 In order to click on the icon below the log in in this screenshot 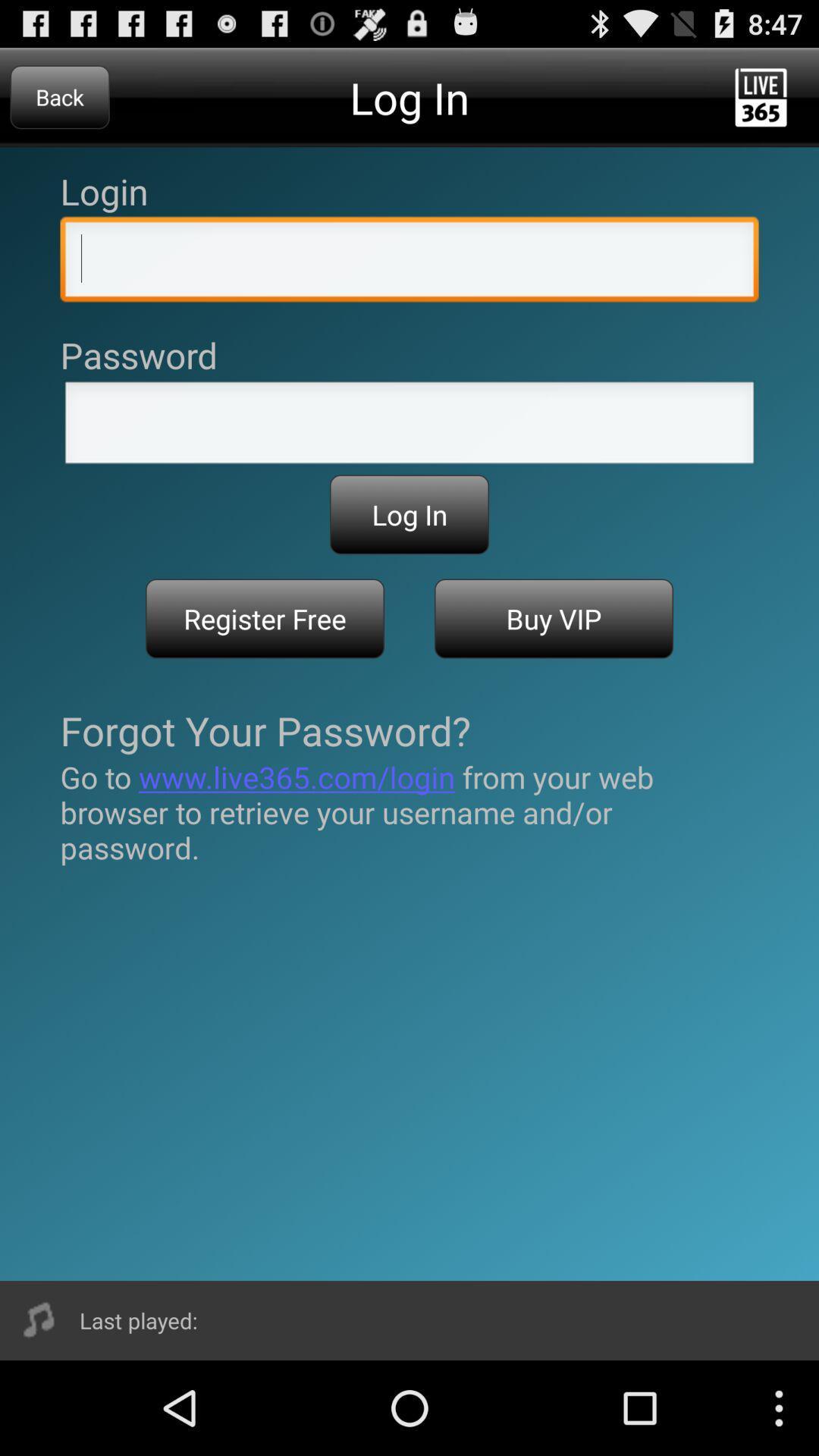, I will do `click(264, 619)`.